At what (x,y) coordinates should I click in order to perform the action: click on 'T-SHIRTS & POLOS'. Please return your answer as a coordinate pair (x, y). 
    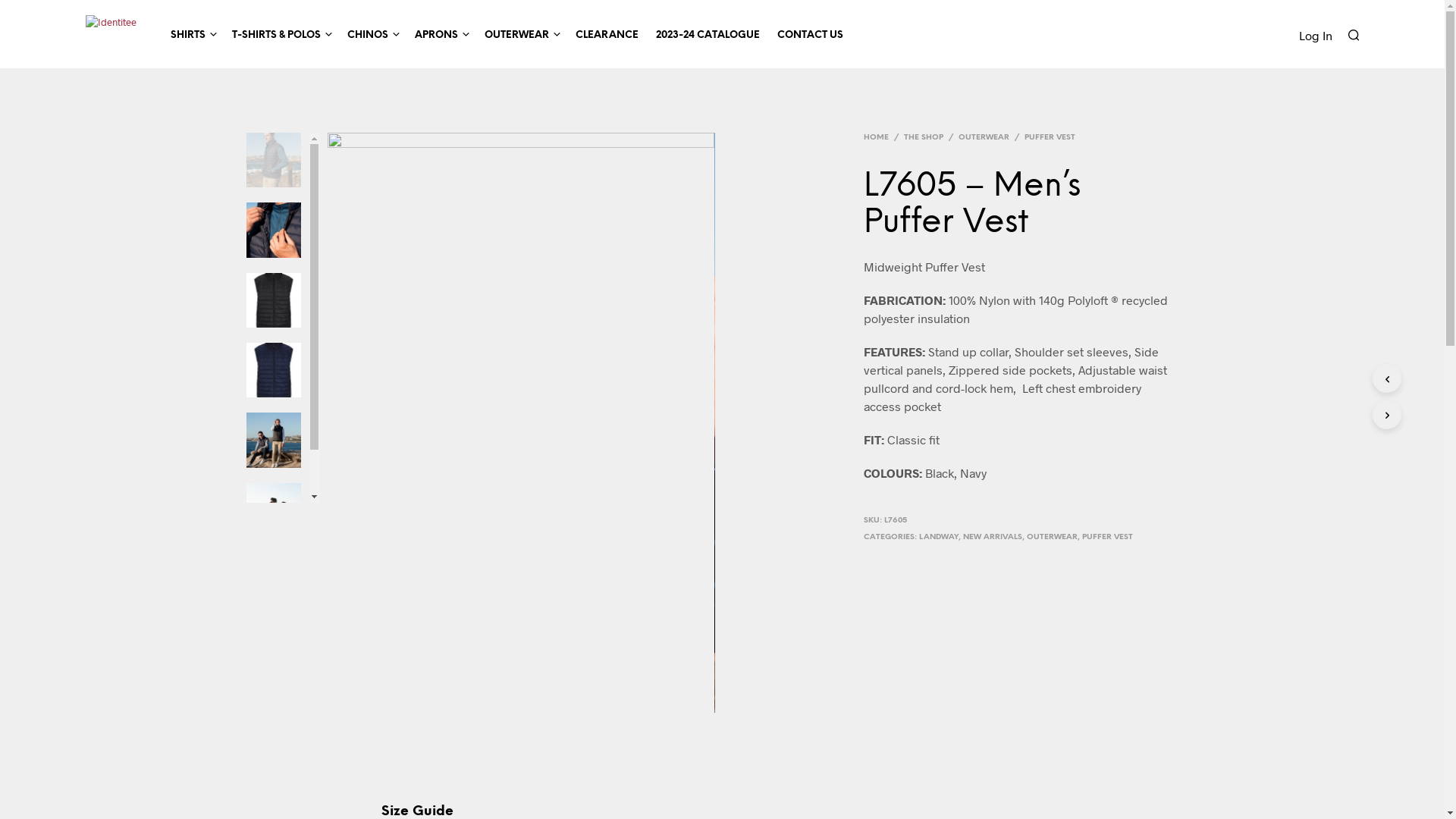
    Looking at the image, I should click on (224, 34).